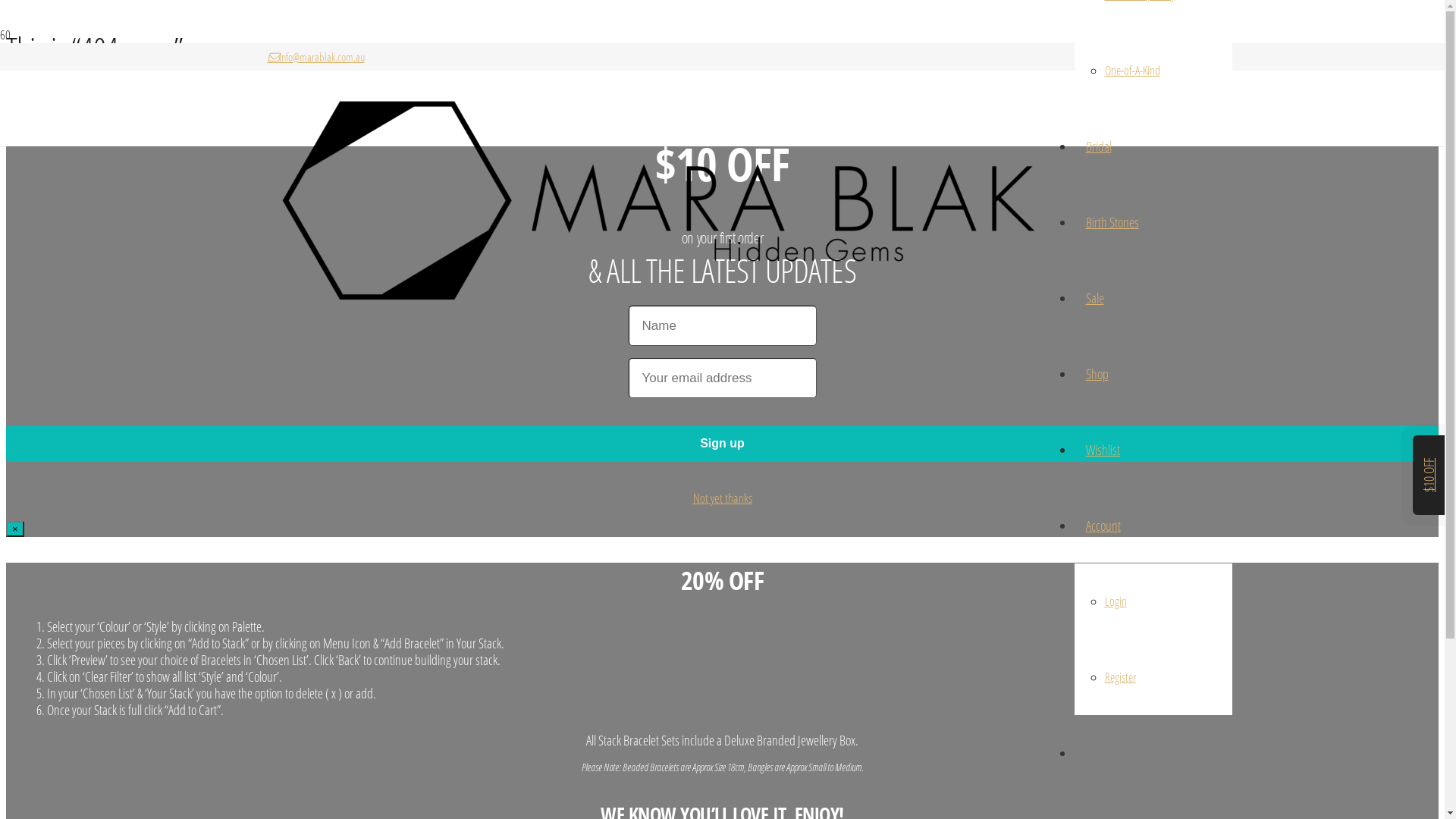 The width and height of the screenshot is (1456, 819). I want to click on 'Account', so click(1073, 525).